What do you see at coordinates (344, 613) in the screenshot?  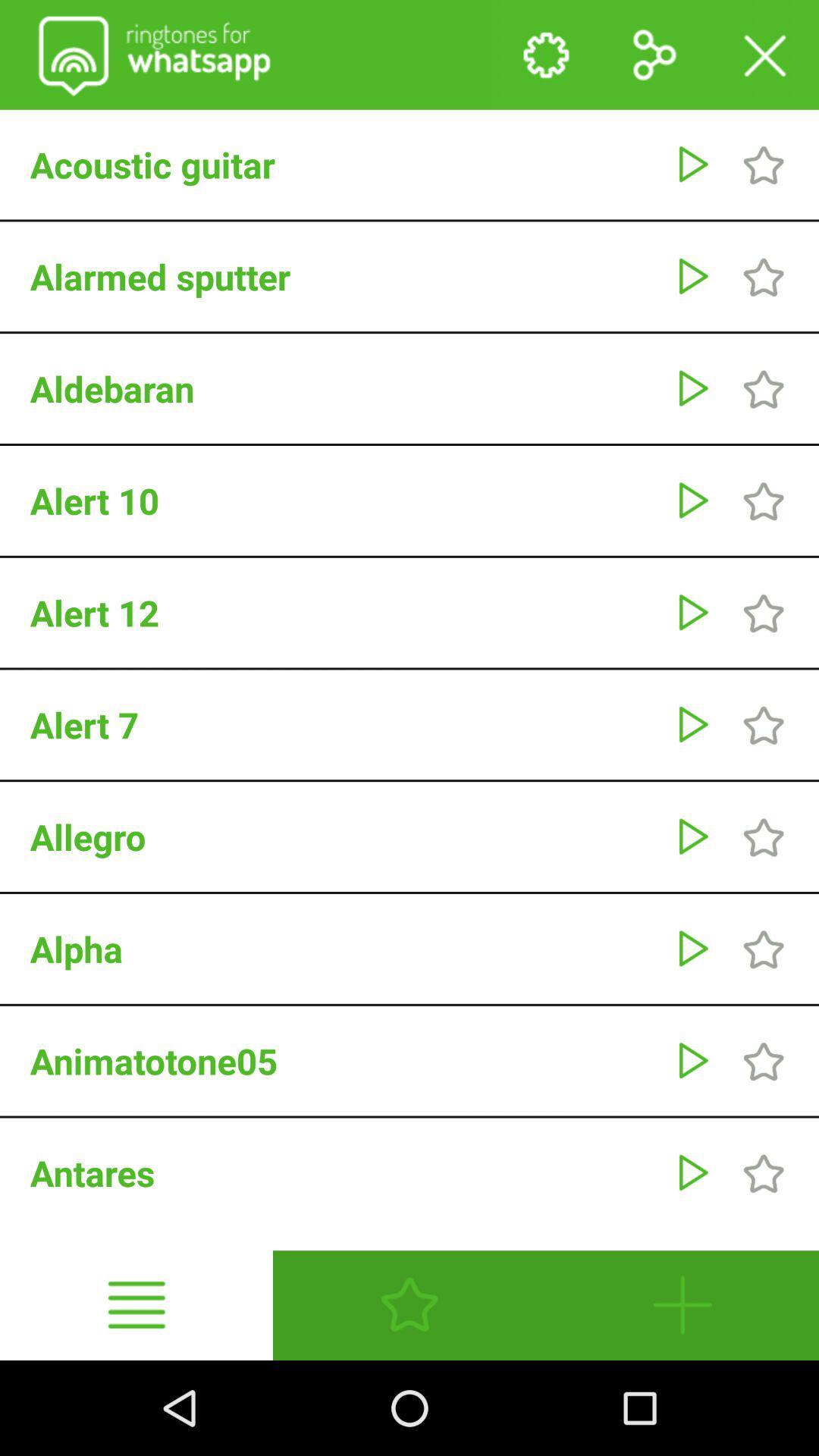 I see `the alert 12 app` at bounding box center [344, 613].